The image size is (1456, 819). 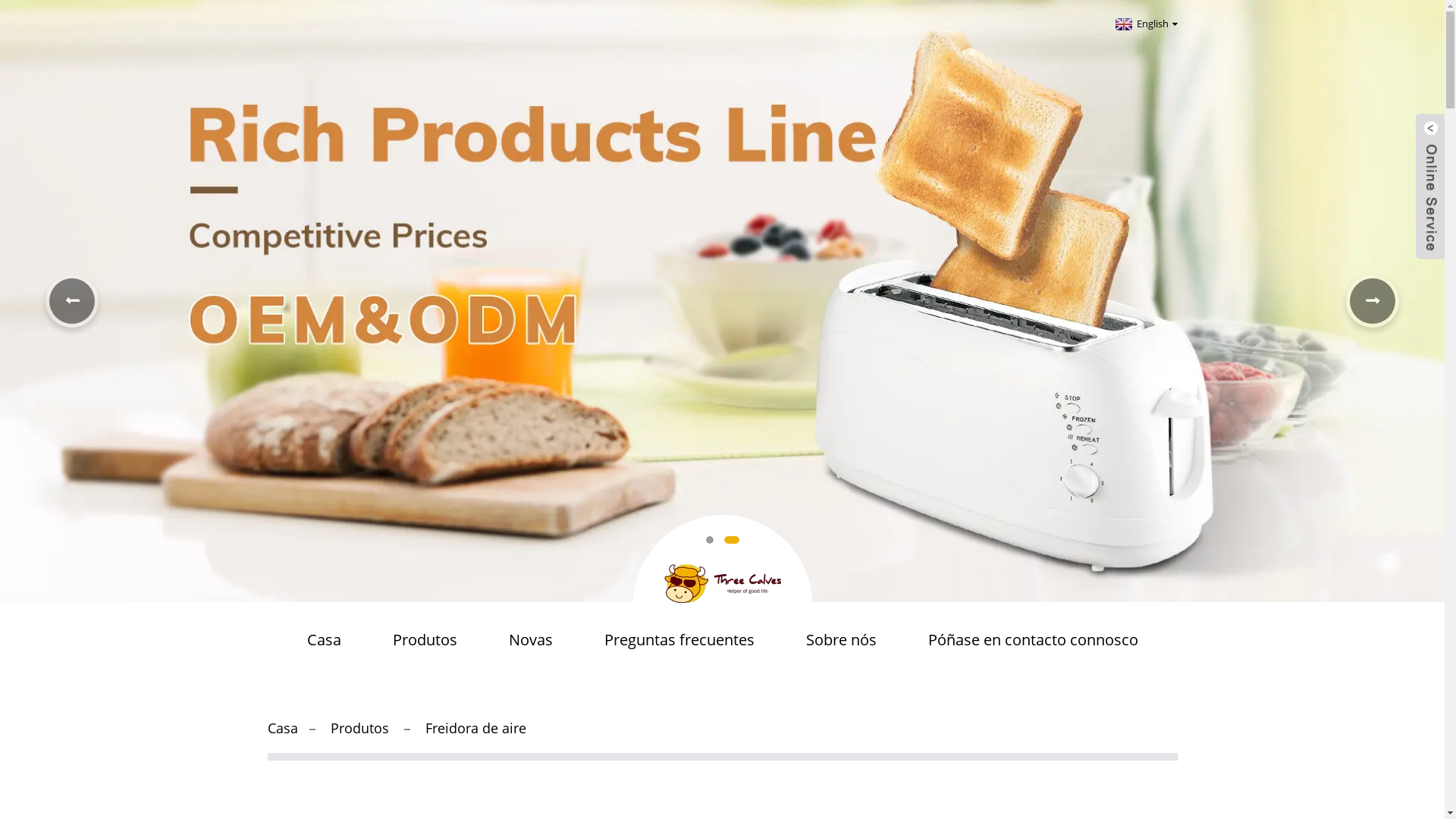 What do you see at coordinates (1111, 23) in the screenshot?
I see `'English'` at bounding box center [1111, 23].